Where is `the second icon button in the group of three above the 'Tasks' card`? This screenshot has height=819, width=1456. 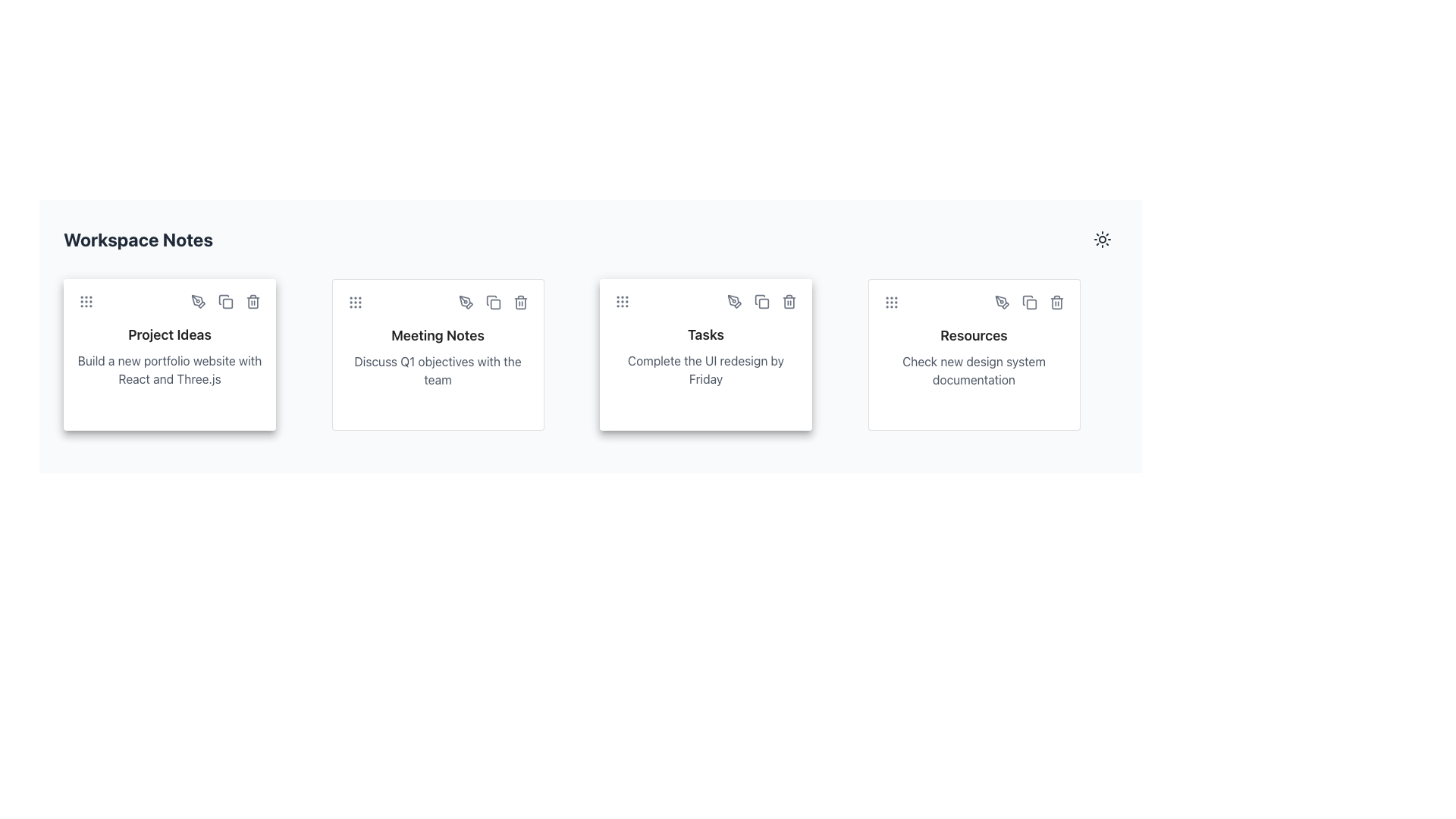
the second icon button in the group of three above the 'Tasks' card is located at coordinates (735, 301).